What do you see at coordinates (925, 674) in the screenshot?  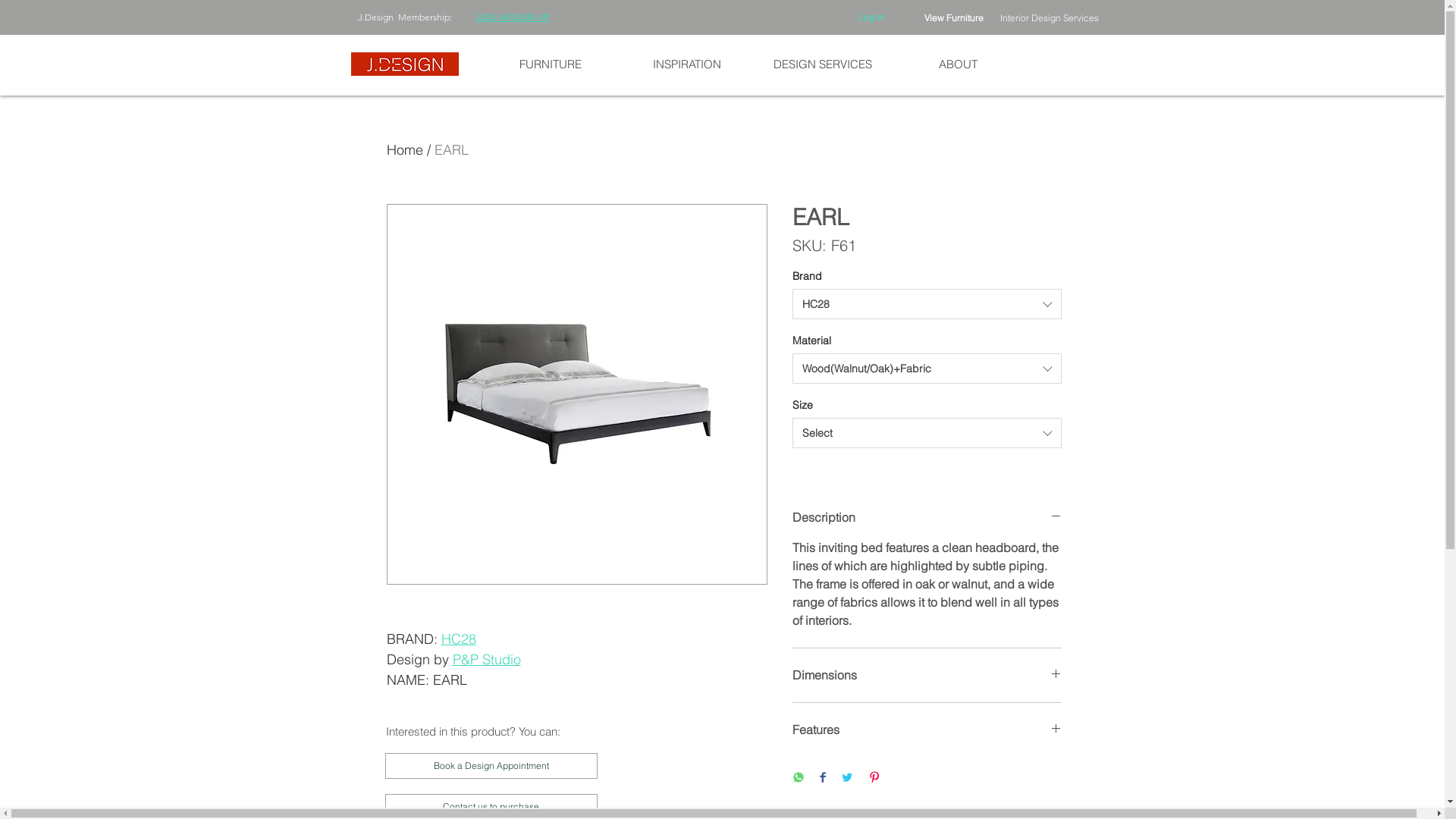 I see `'Dimensions'` at bounding box center [925, 674].